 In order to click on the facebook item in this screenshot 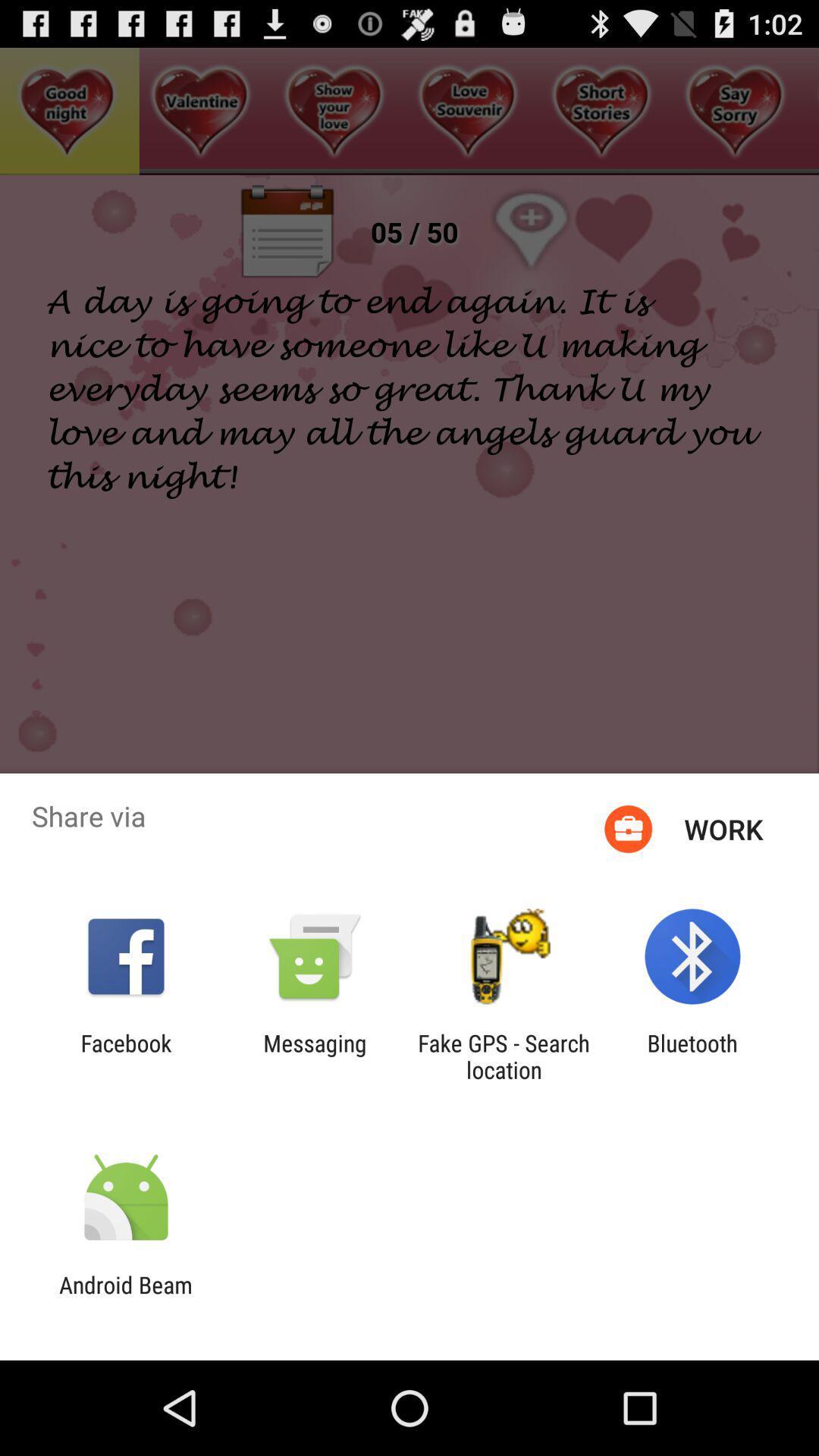, I will do `click(125, 1056)`.